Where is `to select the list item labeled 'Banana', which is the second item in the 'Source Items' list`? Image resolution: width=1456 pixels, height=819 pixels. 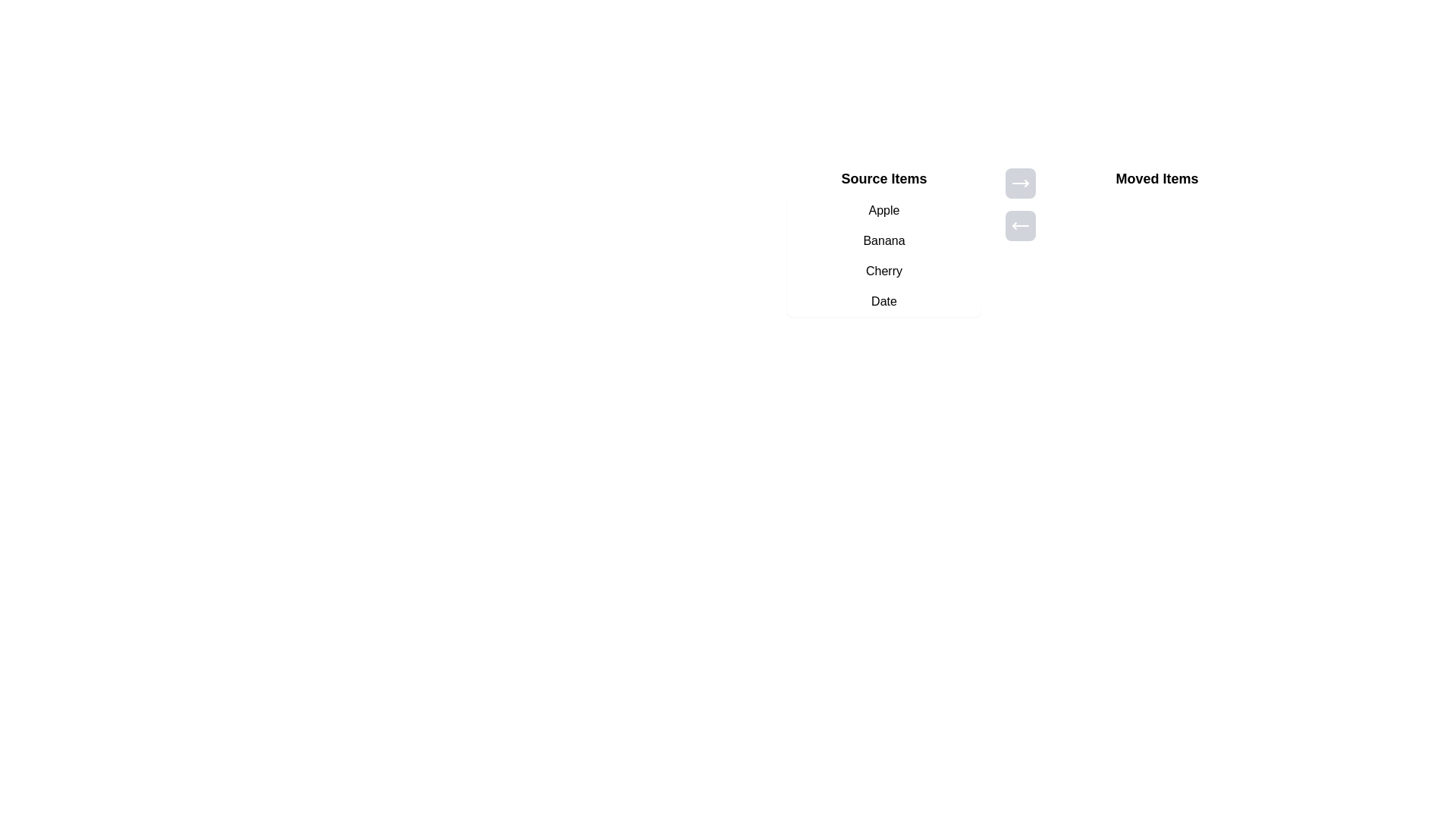
to select the list item labeled 'Banana', which is the second item in the 'Source Items' list is located at coordinates (884, 240).